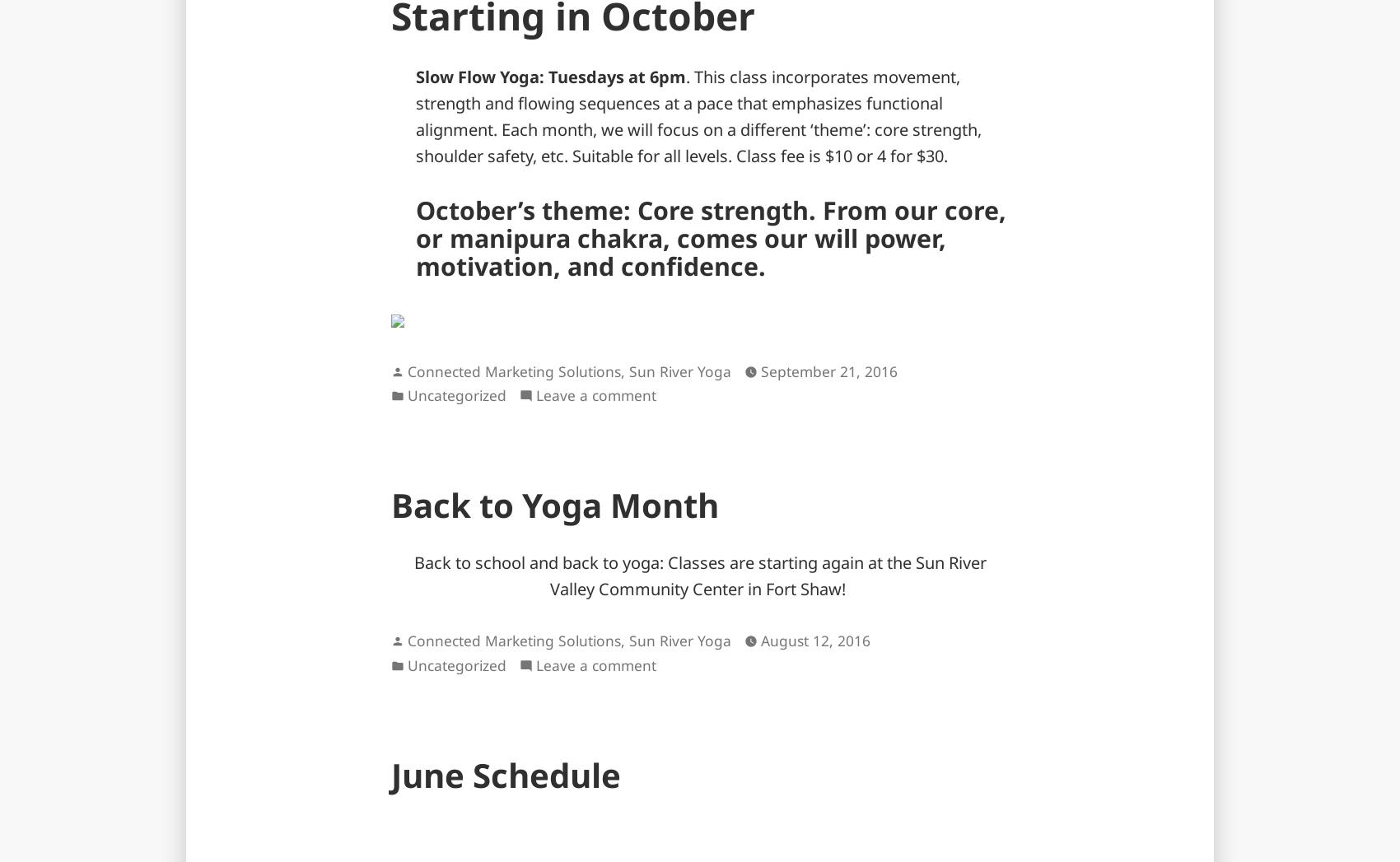 This screenshot has width=1400, height=862. I want to click on 'Back to Yoga Month', so click(555, 503).